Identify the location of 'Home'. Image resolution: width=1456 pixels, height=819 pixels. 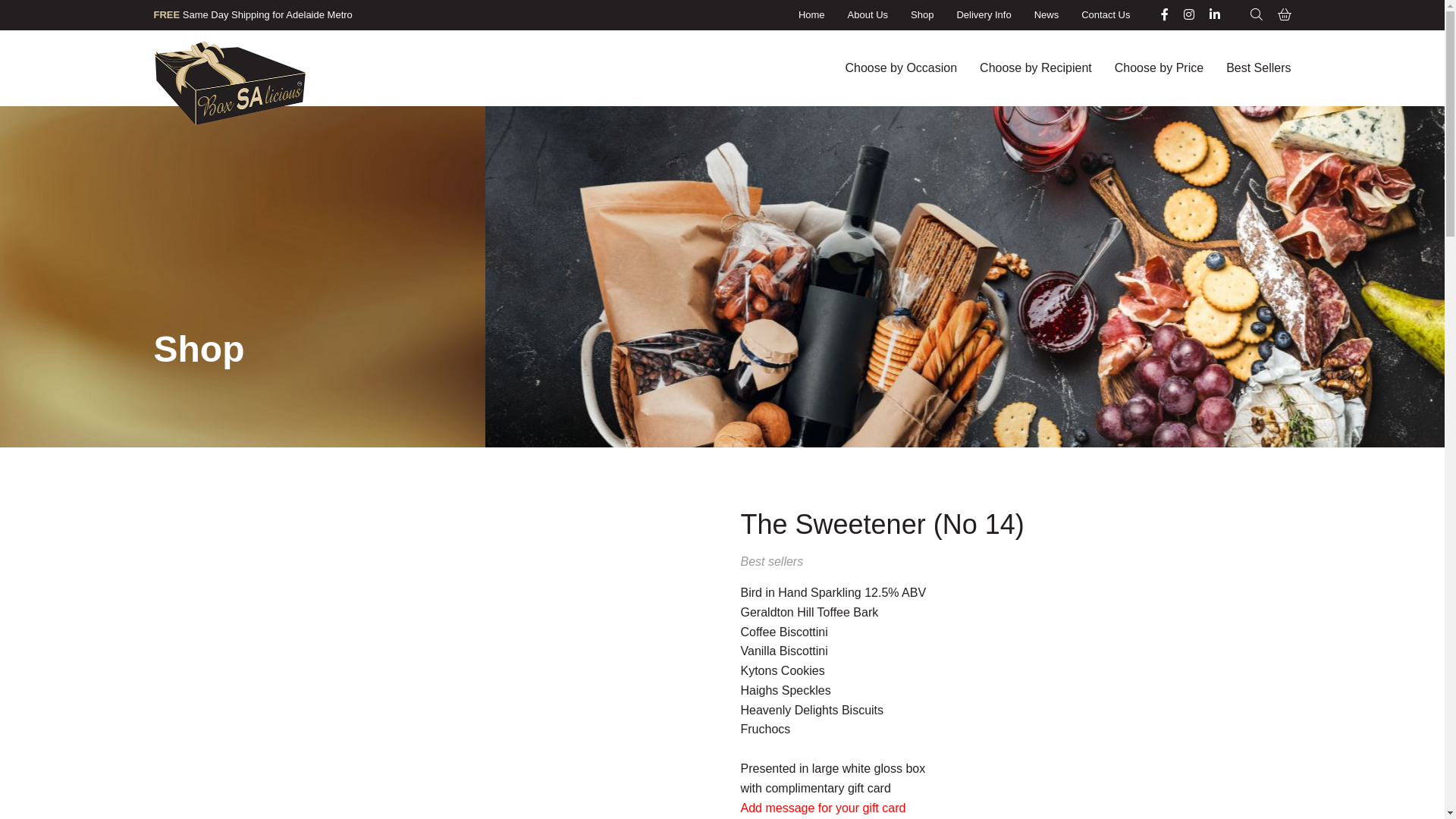
(811, 14).